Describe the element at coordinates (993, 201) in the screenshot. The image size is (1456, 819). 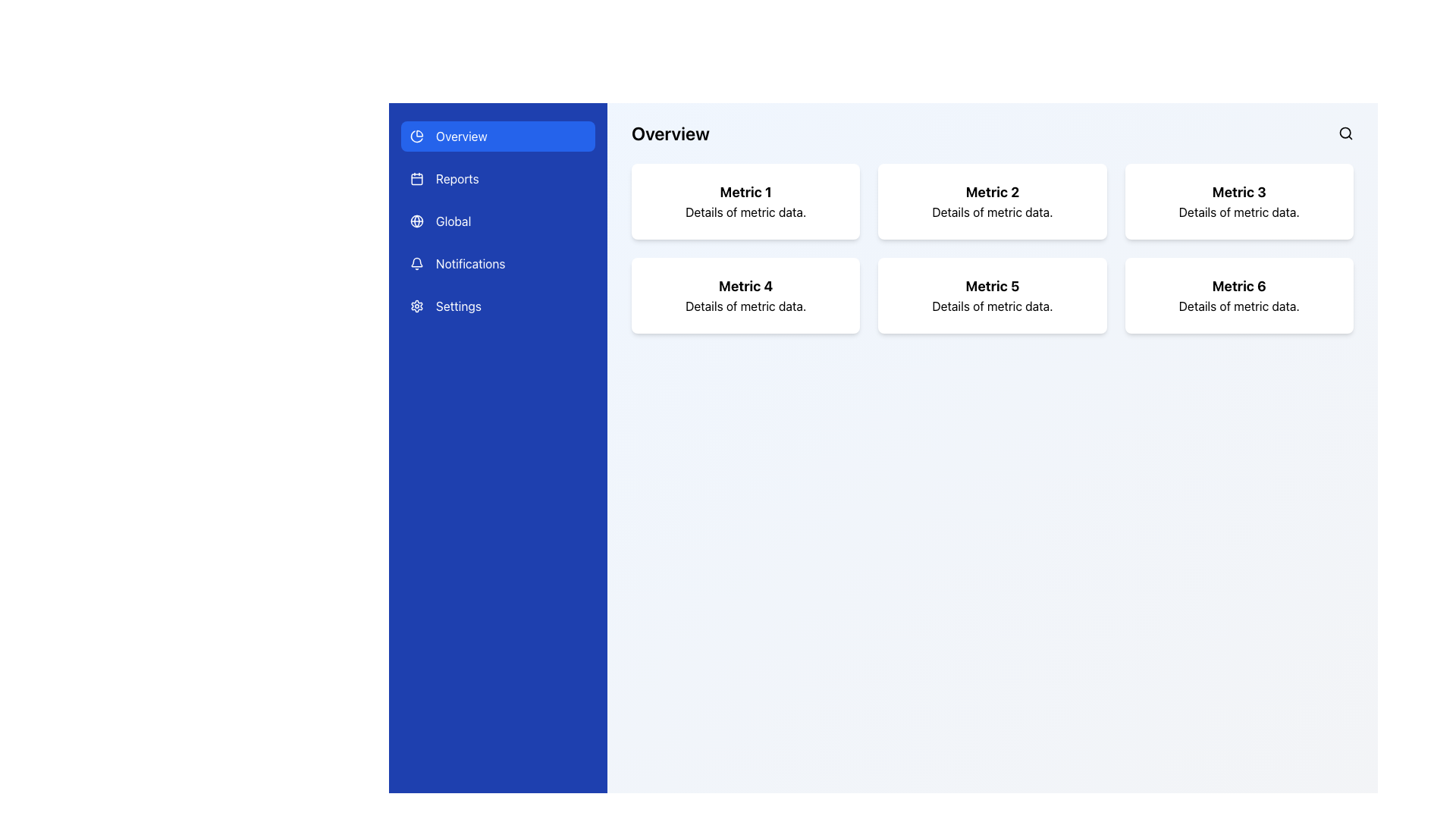
I see `the informational card titled 'Metric 2'` at that location.